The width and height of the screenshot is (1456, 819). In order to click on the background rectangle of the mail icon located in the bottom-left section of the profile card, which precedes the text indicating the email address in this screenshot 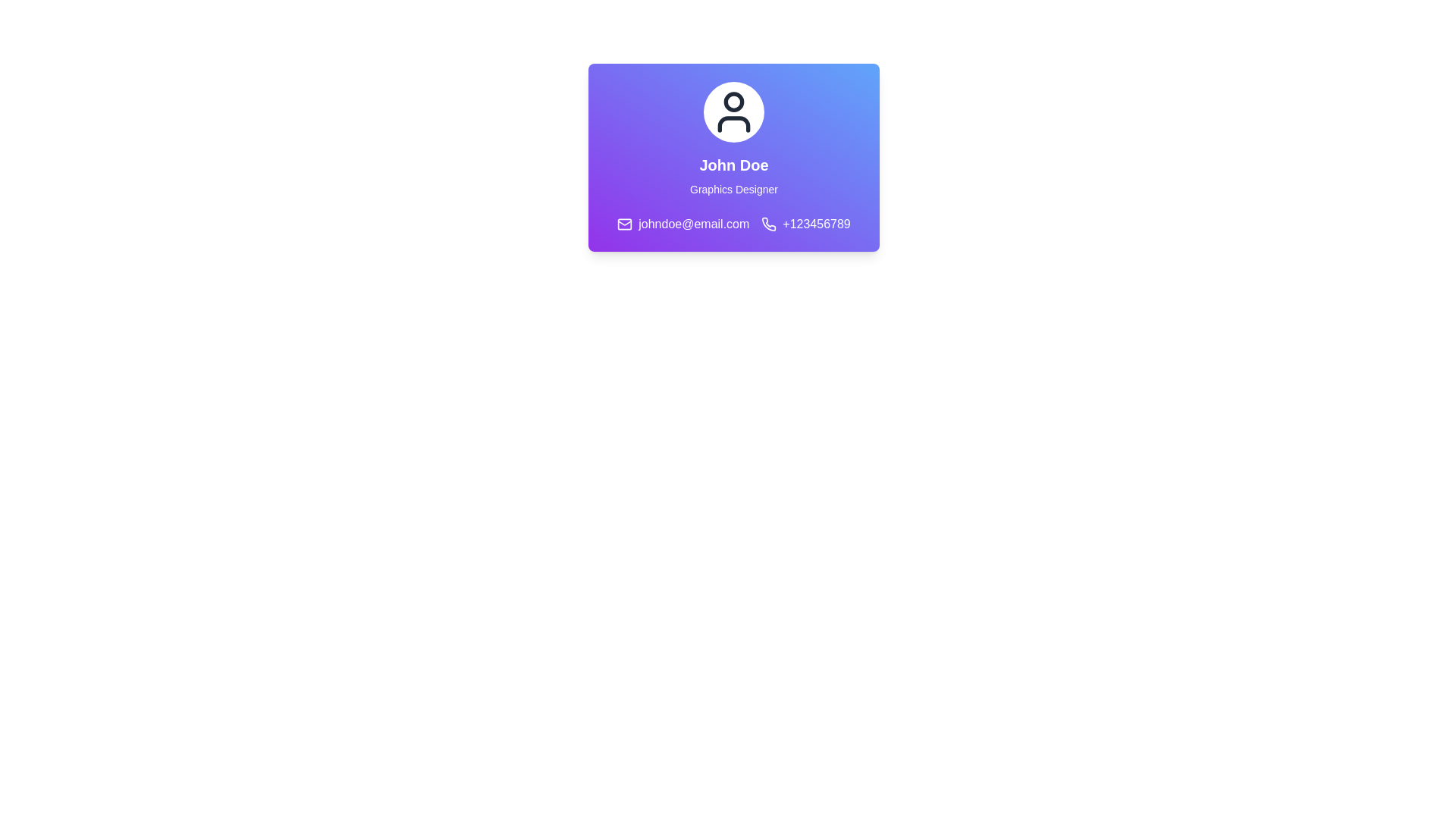, I will do `click(625, 224)`.